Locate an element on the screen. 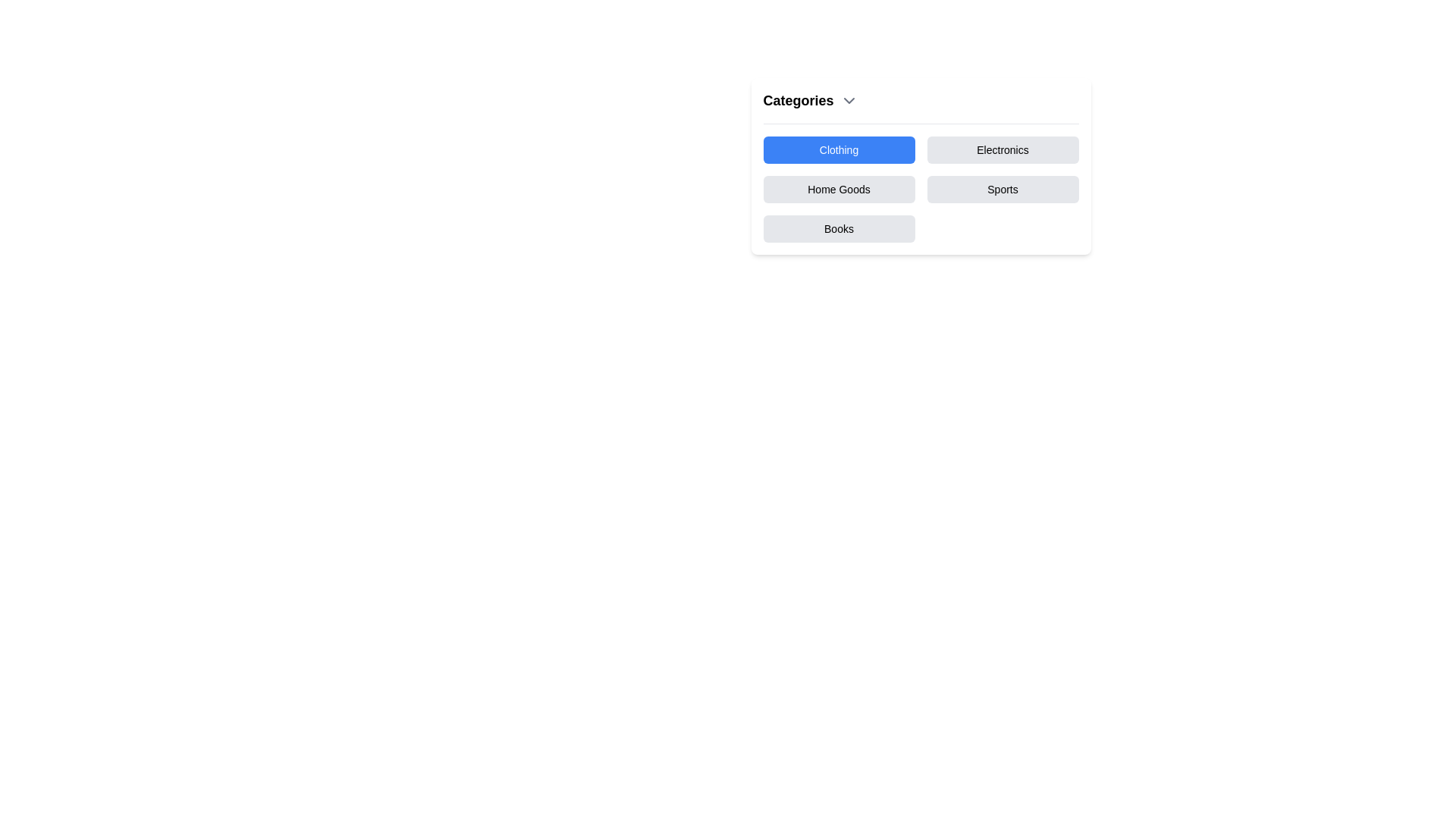 This screenshot has height=819, width=1456. the 'Home Goods' button, which is a rectangular button with rounded corners, located in the second row of a grid layout in the first column of a category selection interface is located at coordinates (838, 189).